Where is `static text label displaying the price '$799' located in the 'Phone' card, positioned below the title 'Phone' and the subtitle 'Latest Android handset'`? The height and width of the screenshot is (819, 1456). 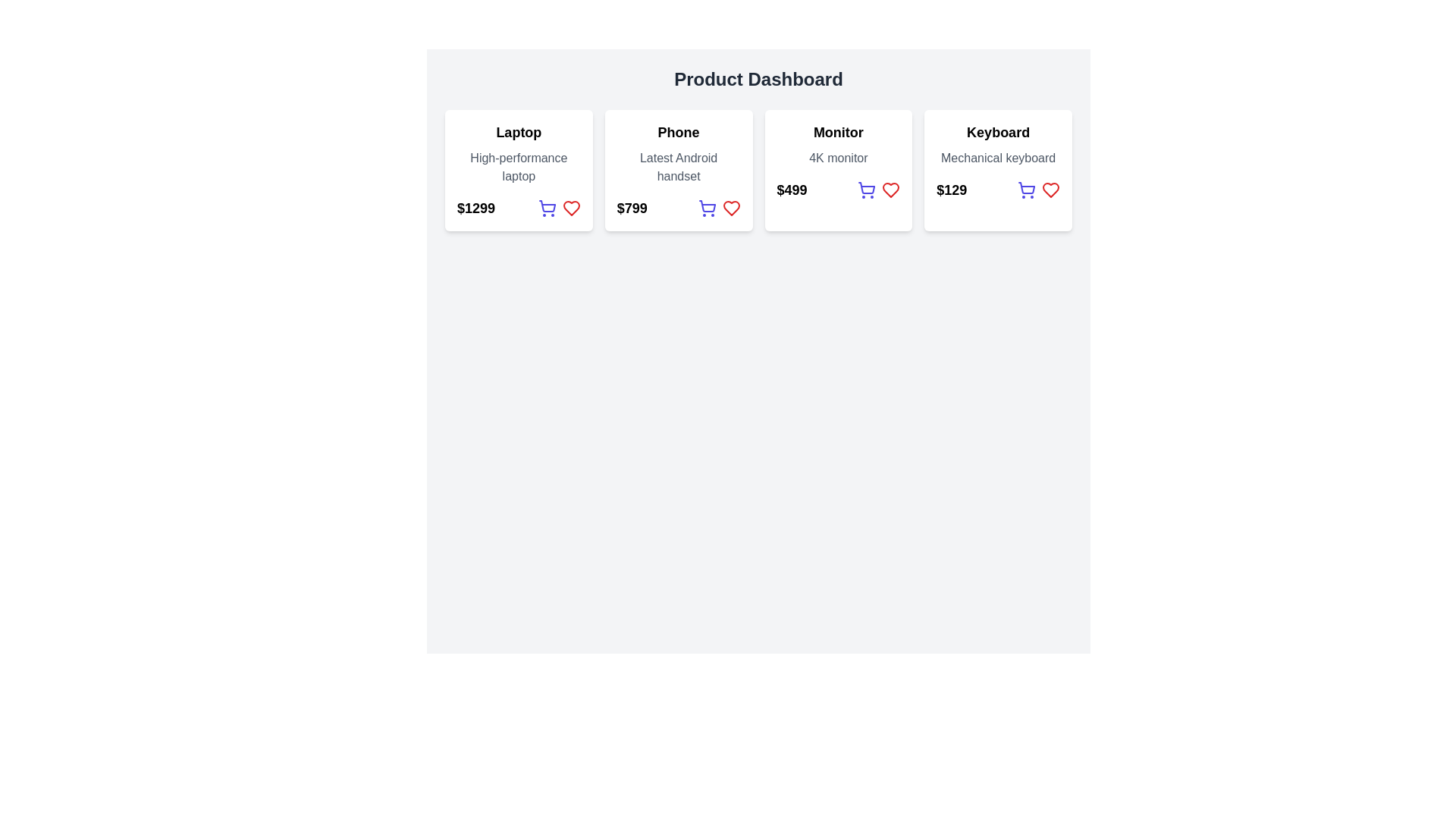 static text label displaying the price '$799' located in the 'Phone' card, positioned below the title 'Phone' and the subtitle 'Latest Android handset' is located at coordinates (632, 208).